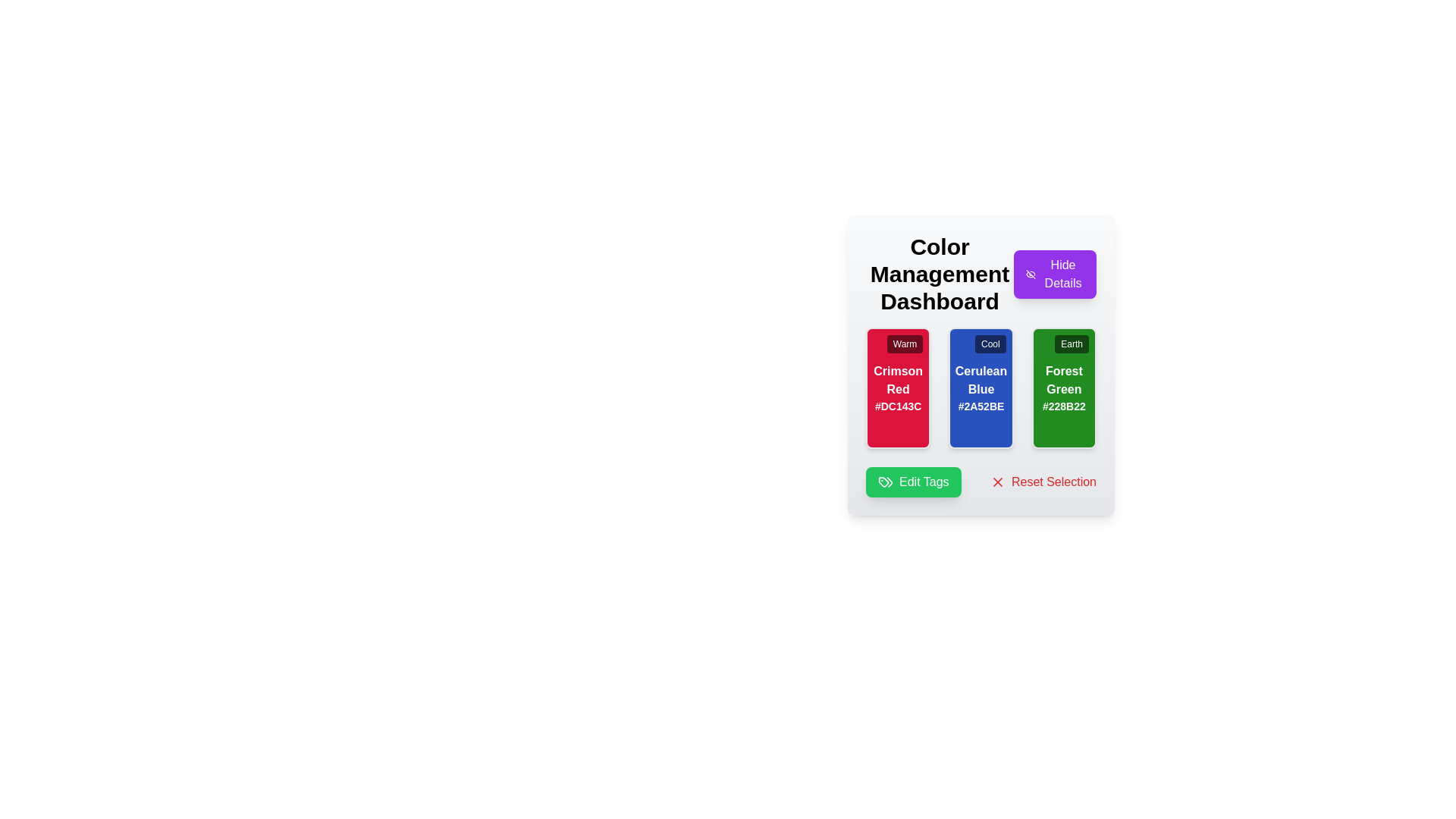 This screenshot has height=819, width=1456. Describe the element at coordinates (1063, 406) in the screenshot. I see `text content of the text snippet displaying the hexadecimal color code '#228B22', styled in white text within the green card labeled 'Forest Green'` at that location.